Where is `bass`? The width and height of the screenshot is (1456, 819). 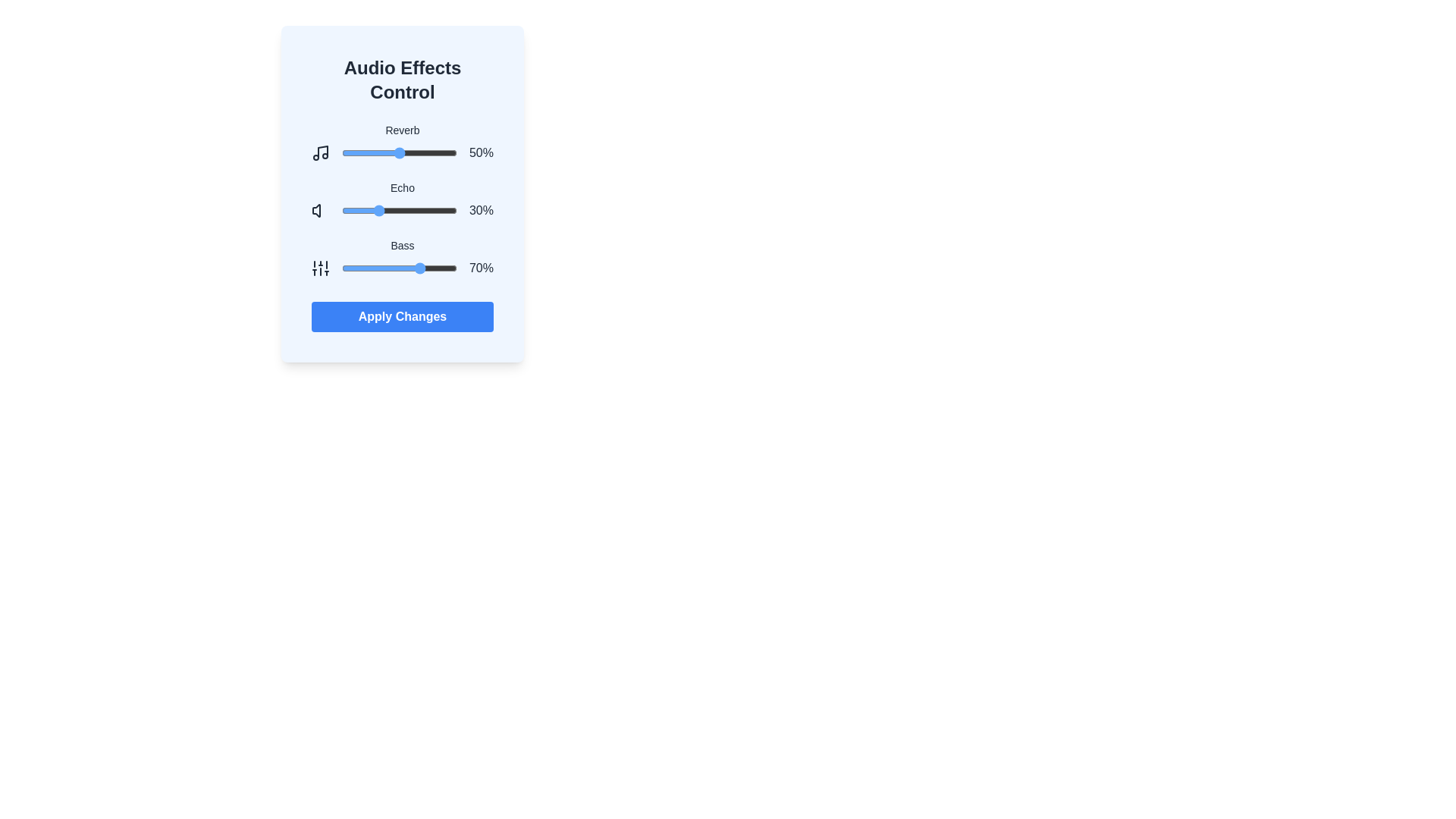 bass is located at coordinates (422, 268).